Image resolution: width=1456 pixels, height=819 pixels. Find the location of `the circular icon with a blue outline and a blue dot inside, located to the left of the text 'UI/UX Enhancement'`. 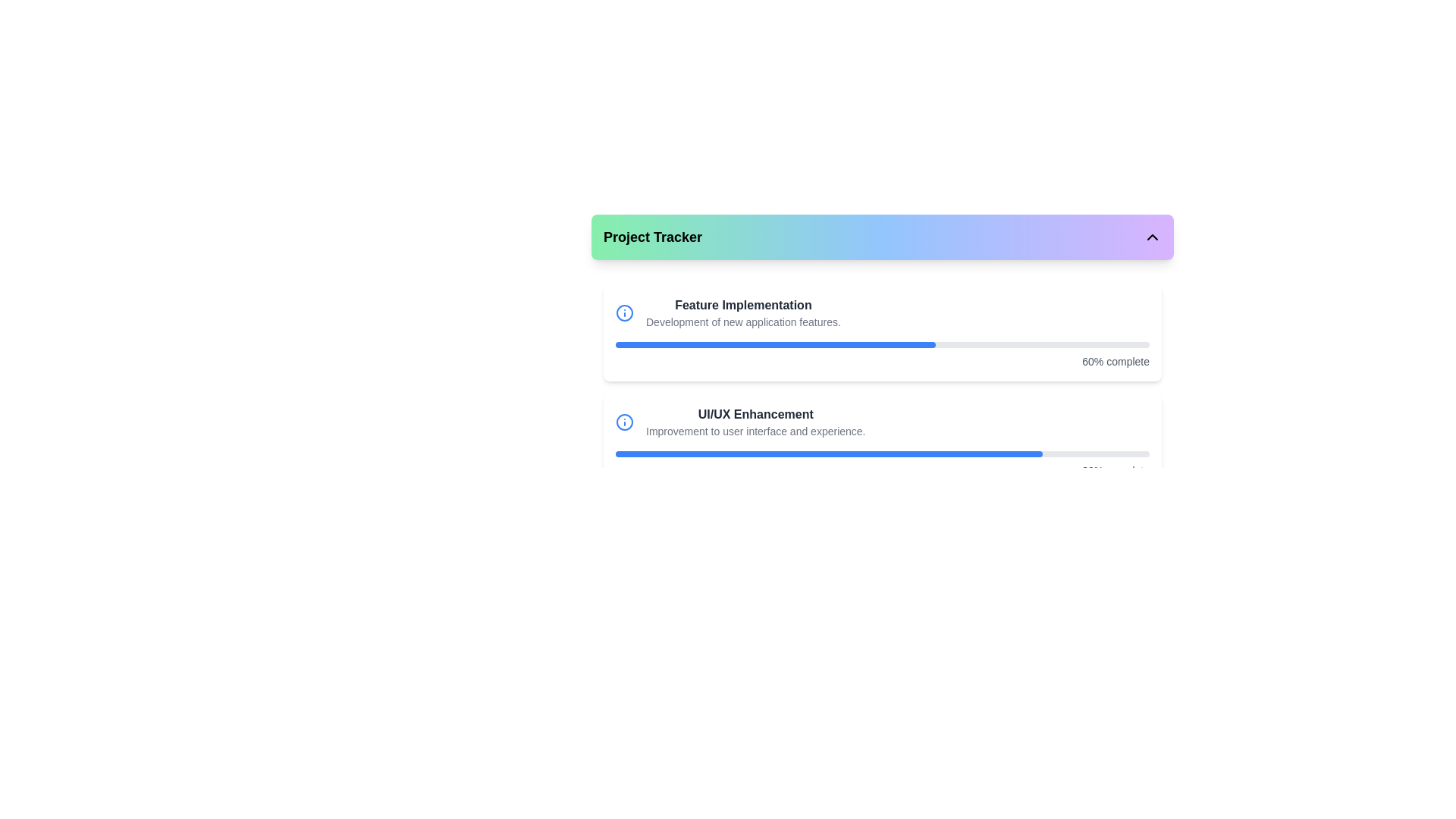

the circular icon with a blue outline and a blue dot inside, located to the left of the text 'UI/UX Enhancement' is located at coordinates (625, 422).